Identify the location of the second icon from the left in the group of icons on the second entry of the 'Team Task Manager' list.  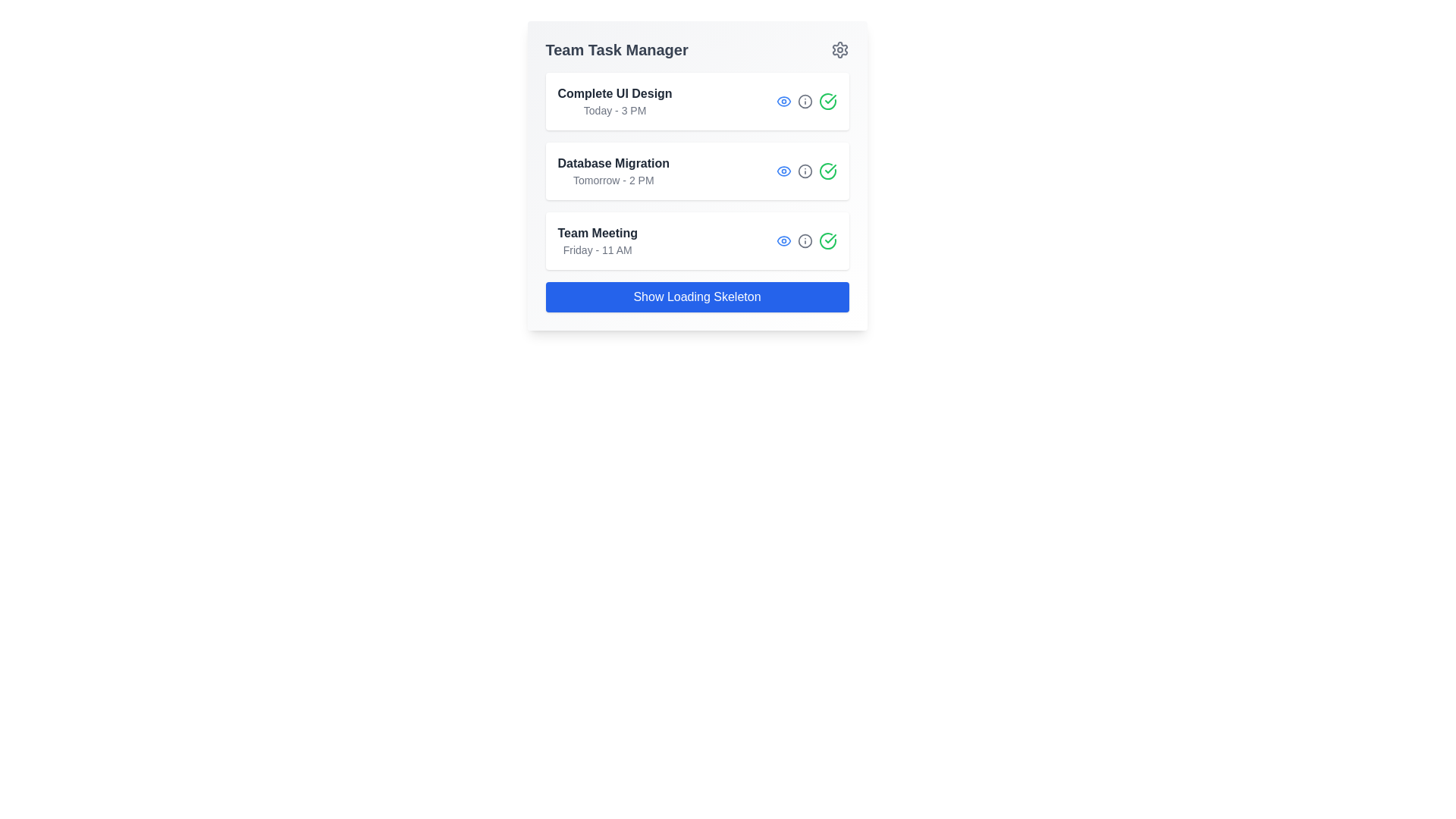
(804, 171).